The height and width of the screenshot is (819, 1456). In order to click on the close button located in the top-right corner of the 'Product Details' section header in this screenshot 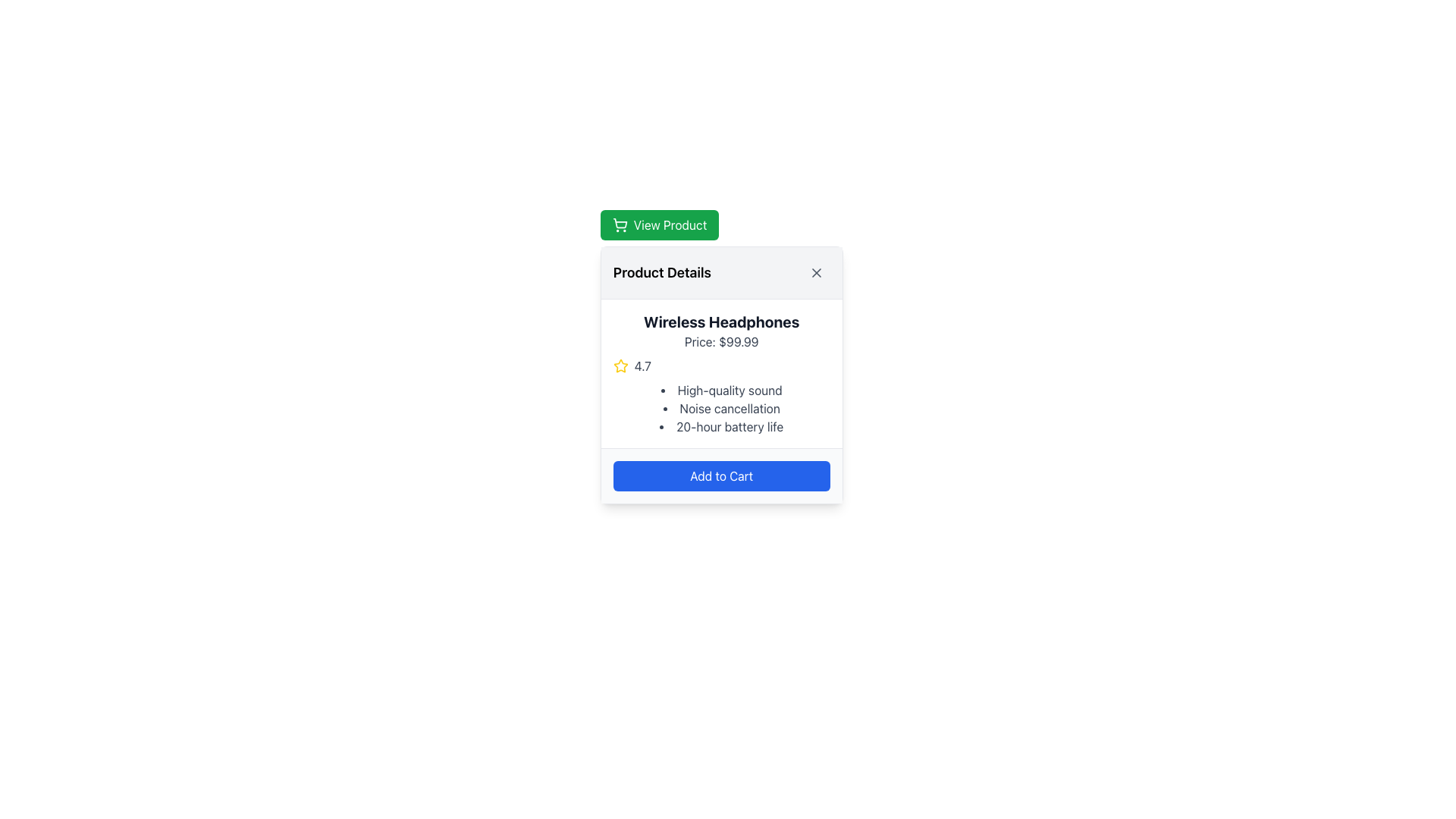, I will do `click(815, 271)`.